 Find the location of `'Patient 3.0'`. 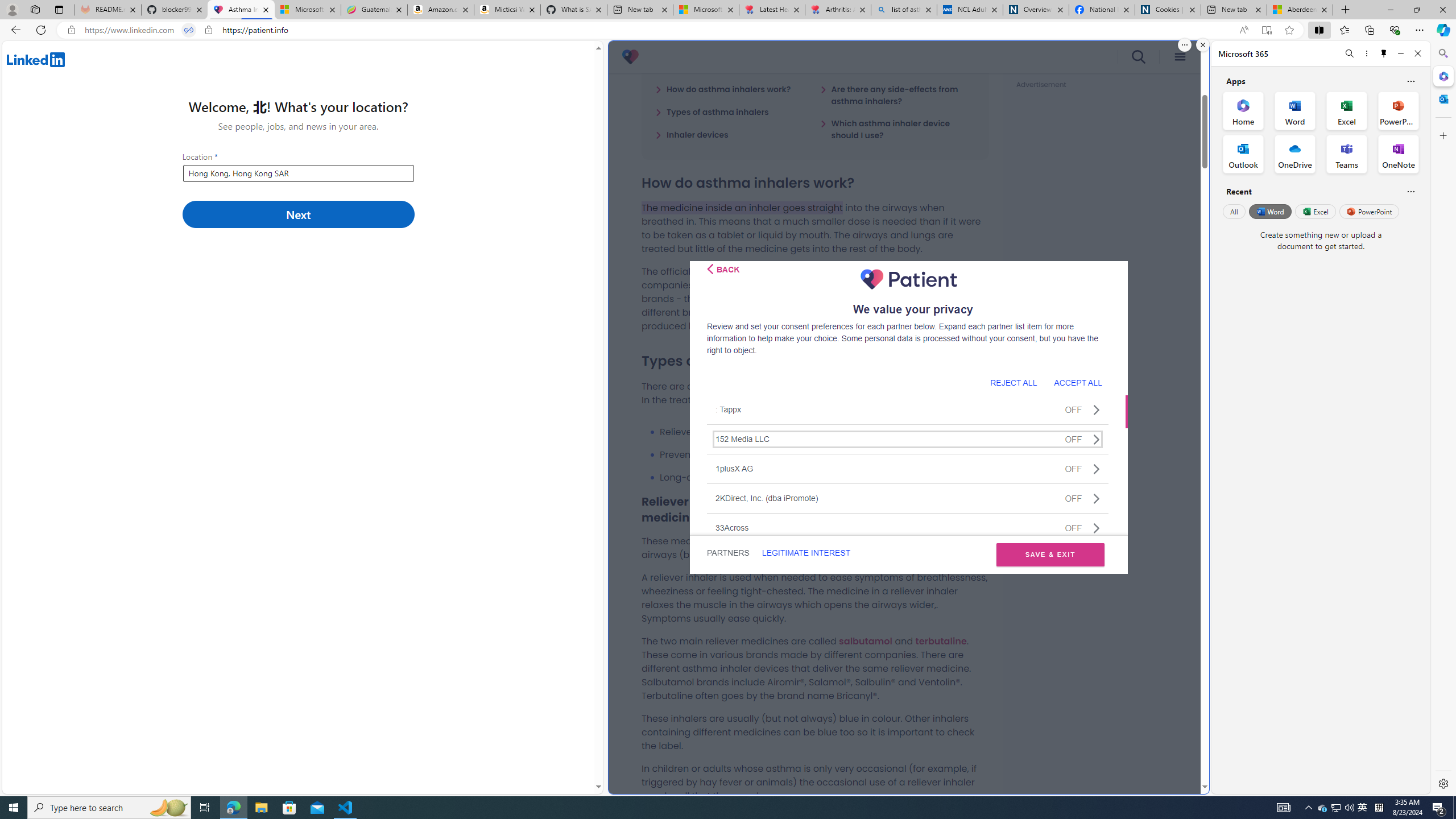

'Patient 3.0' is located at coordinates (630, 56).